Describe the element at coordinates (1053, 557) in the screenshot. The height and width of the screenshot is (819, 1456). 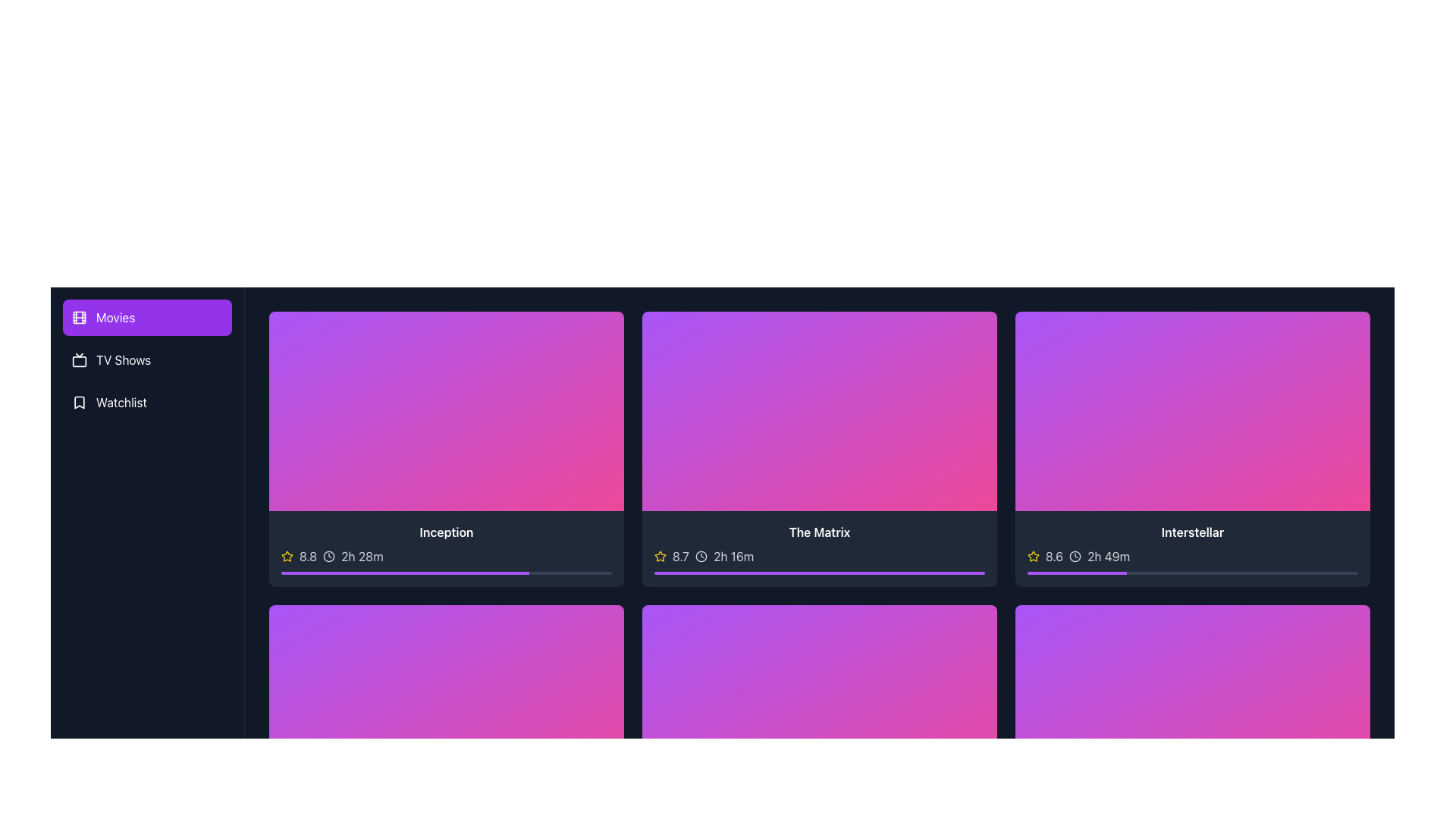
I see `the numerical rating text displaying '8.6' for the movie 'Interstellar', located between the star icon and the clock icon` at that location.